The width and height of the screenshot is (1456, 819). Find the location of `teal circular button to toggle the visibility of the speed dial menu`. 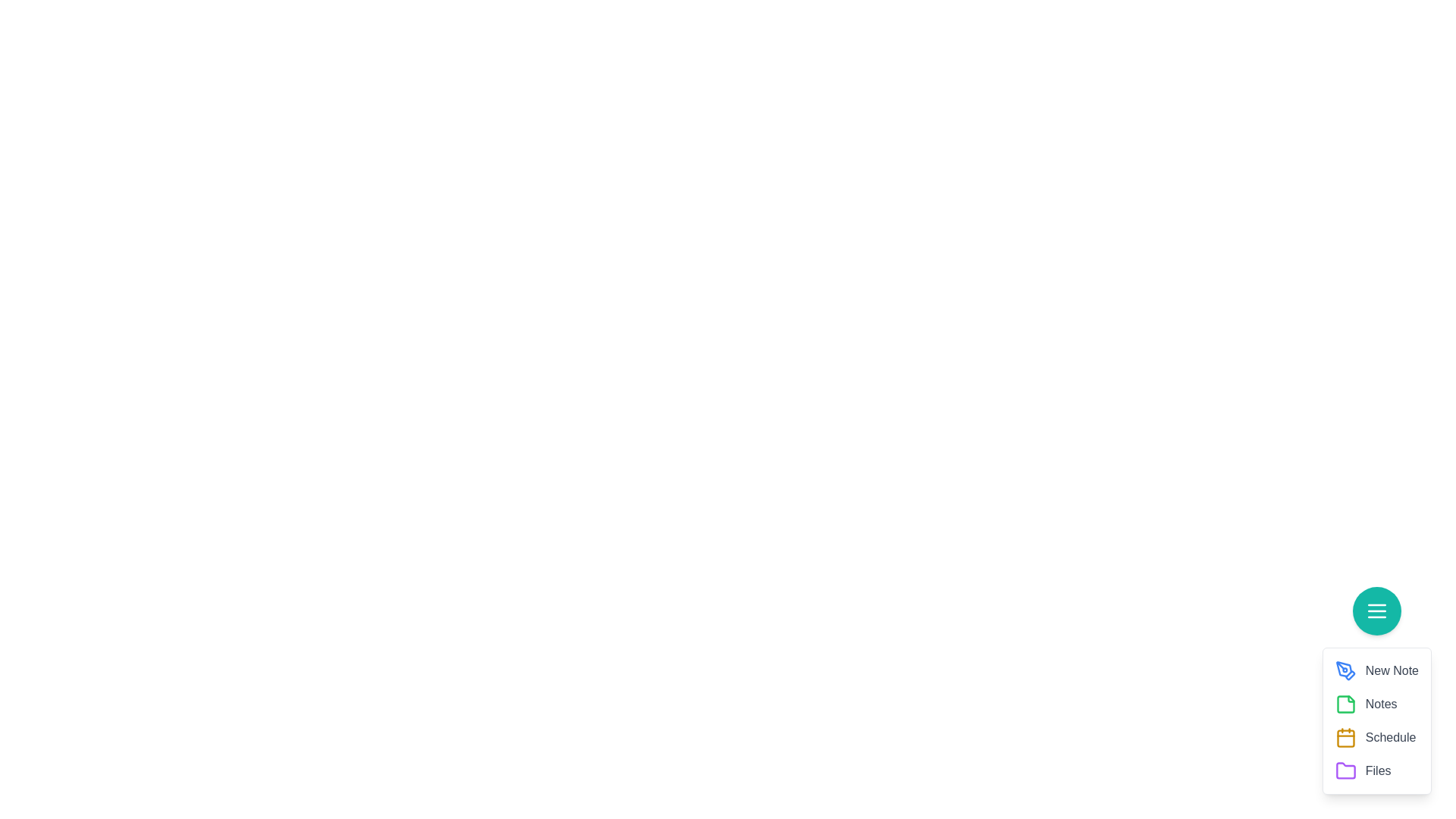

teal circular button to toggle the visibility of the speed dial menu is located at coordinates (1376, 610).